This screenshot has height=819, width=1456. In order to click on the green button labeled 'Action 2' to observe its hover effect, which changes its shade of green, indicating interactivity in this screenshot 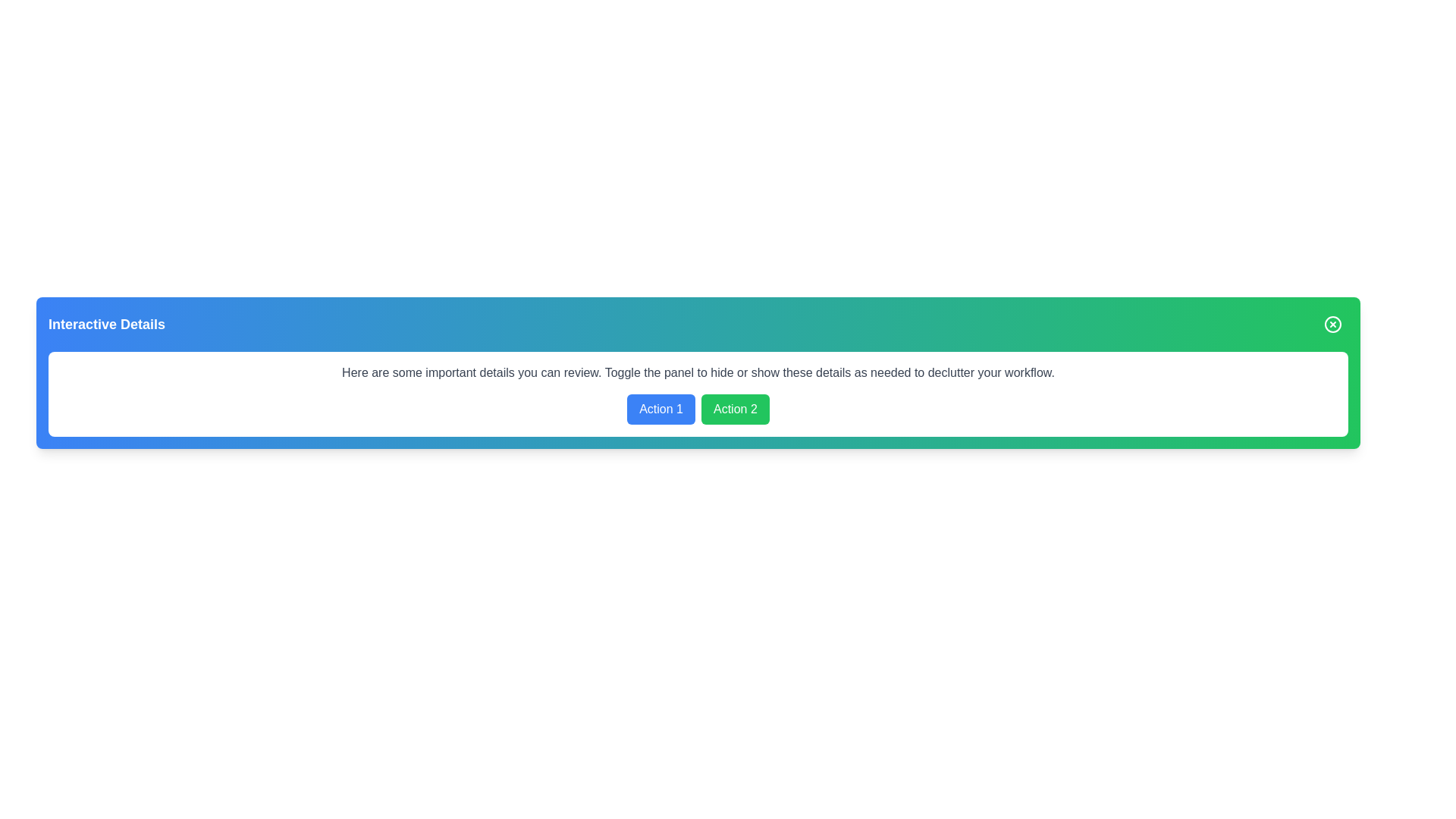, I will do `click(735, 409)`.